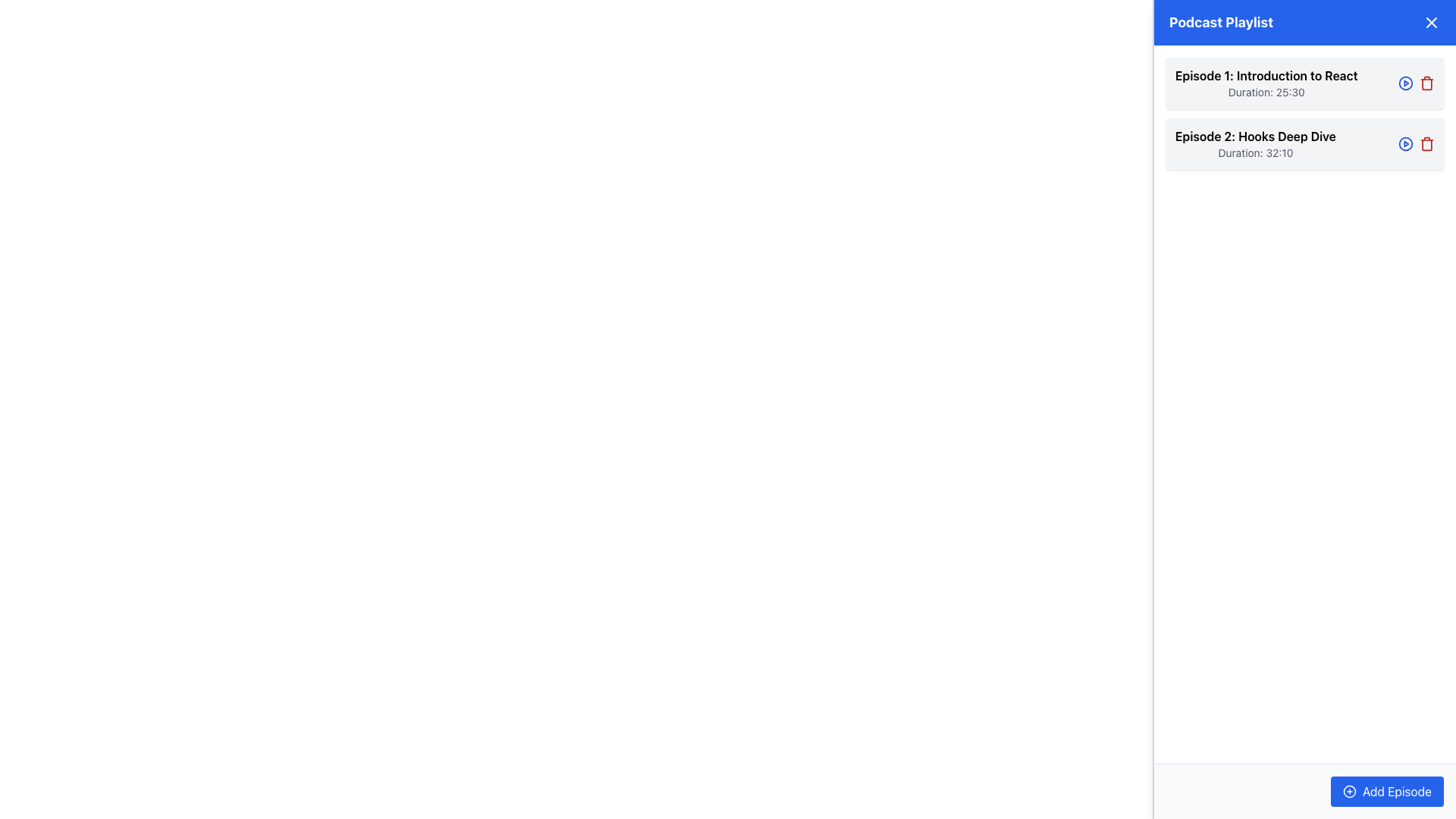 The image size is (1456, 819). What do you see at coordinates (1256, 152) in the screenshot?
I see `the text label indicating the duration of the second episode in the playlist, which is located under 'Episode 2: Hooks Deep Dive'` at bounding box center [1256, 152].